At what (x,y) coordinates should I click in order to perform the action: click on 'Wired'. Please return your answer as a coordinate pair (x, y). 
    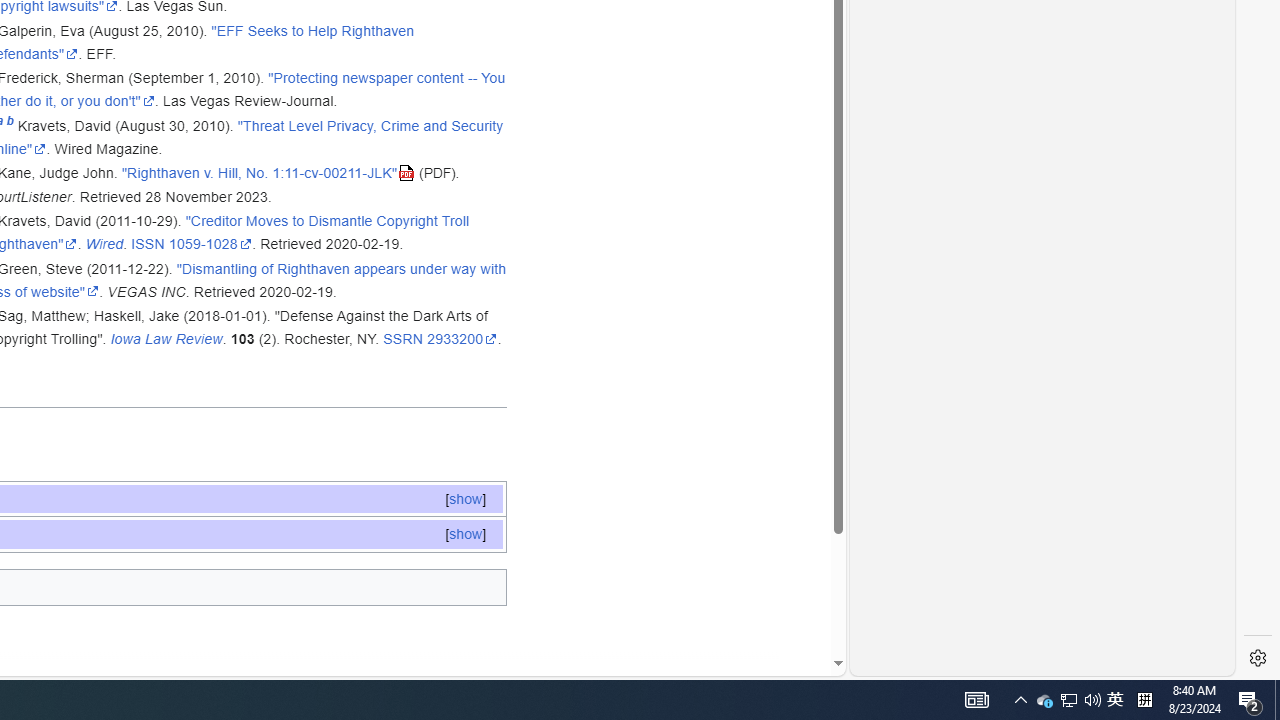
    Looking at the image, I should click on (103, 243).